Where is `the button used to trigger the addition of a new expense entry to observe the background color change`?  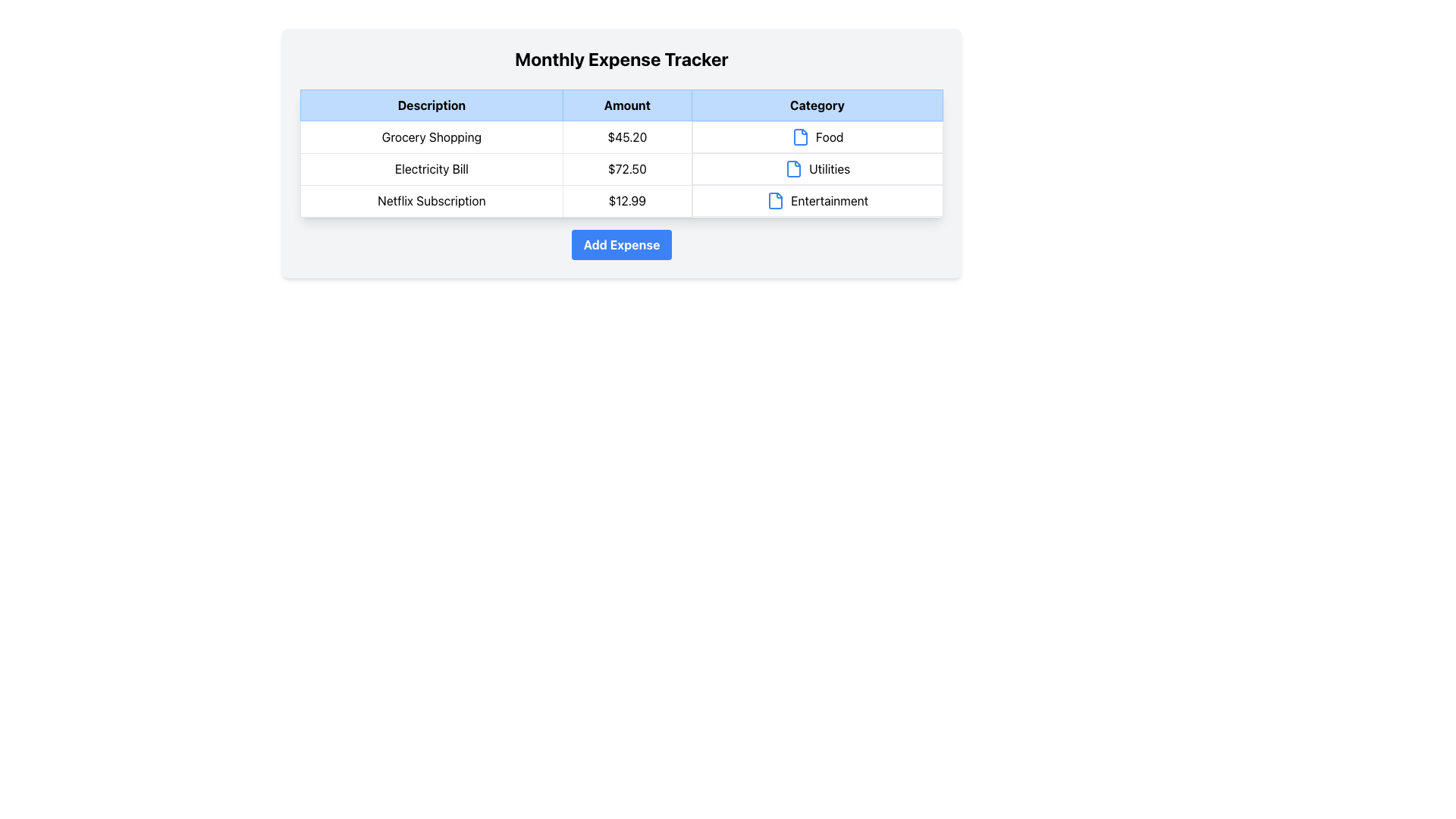 the button used to trigger the addition of a new expense entry to observe the background color change is located at coordinates (622, 243).